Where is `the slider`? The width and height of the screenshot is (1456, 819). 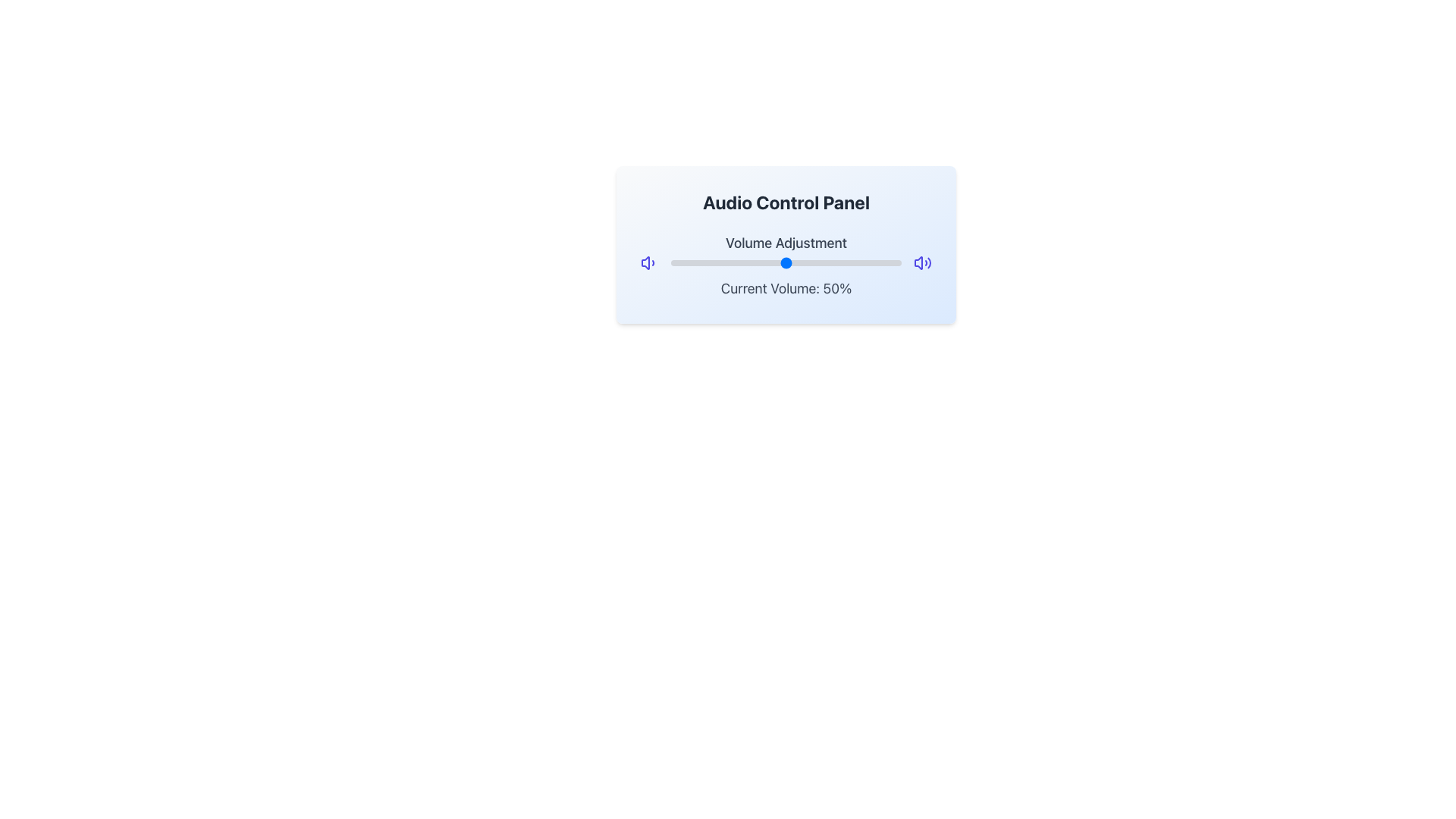
the slider is located at coordinates (752, 262).